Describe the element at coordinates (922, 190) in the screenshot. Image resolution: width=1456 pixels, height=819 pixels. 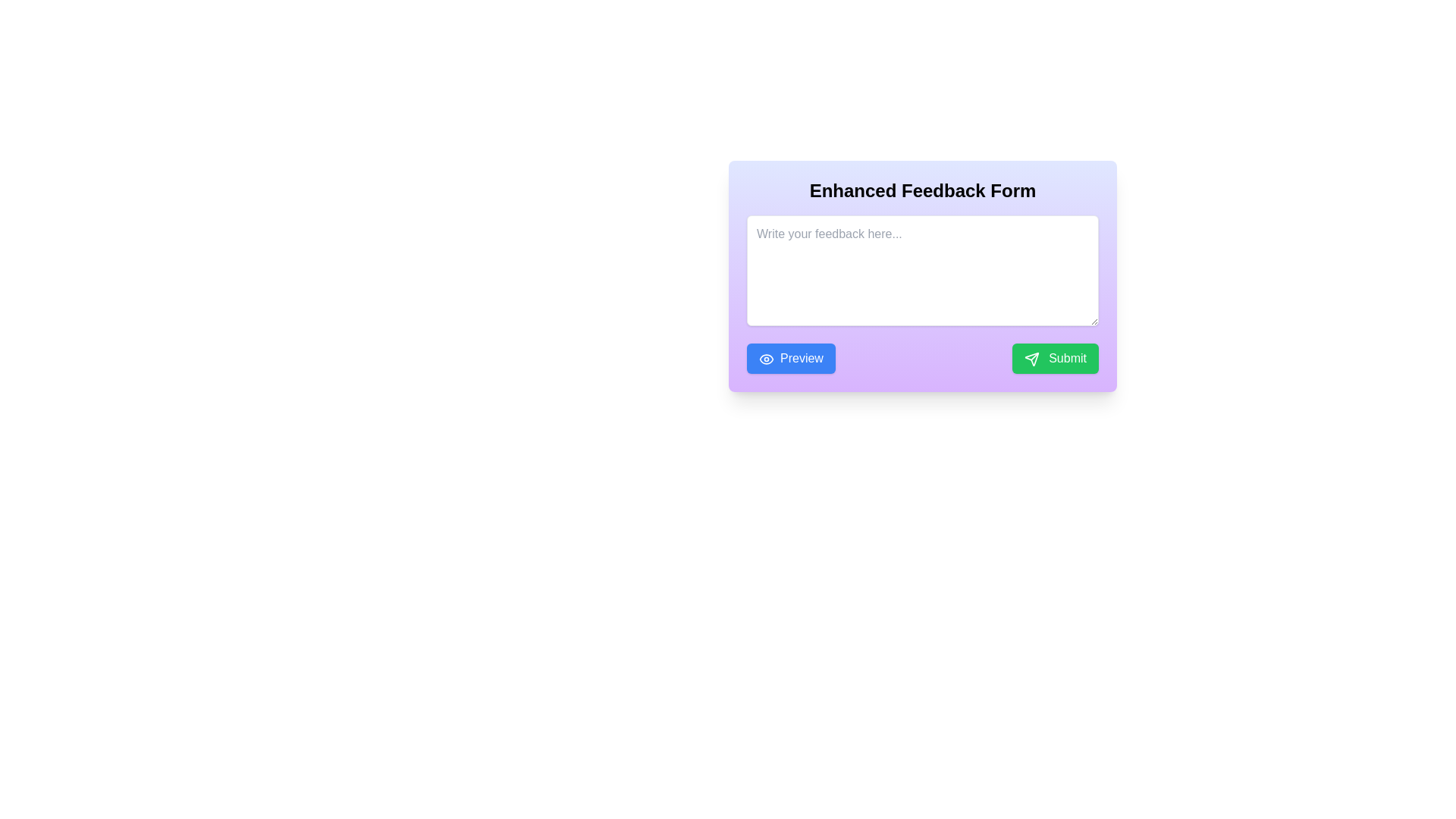
I see `the static text heading at the top of the feedback form, which serves as the title and context for the form` at that location.